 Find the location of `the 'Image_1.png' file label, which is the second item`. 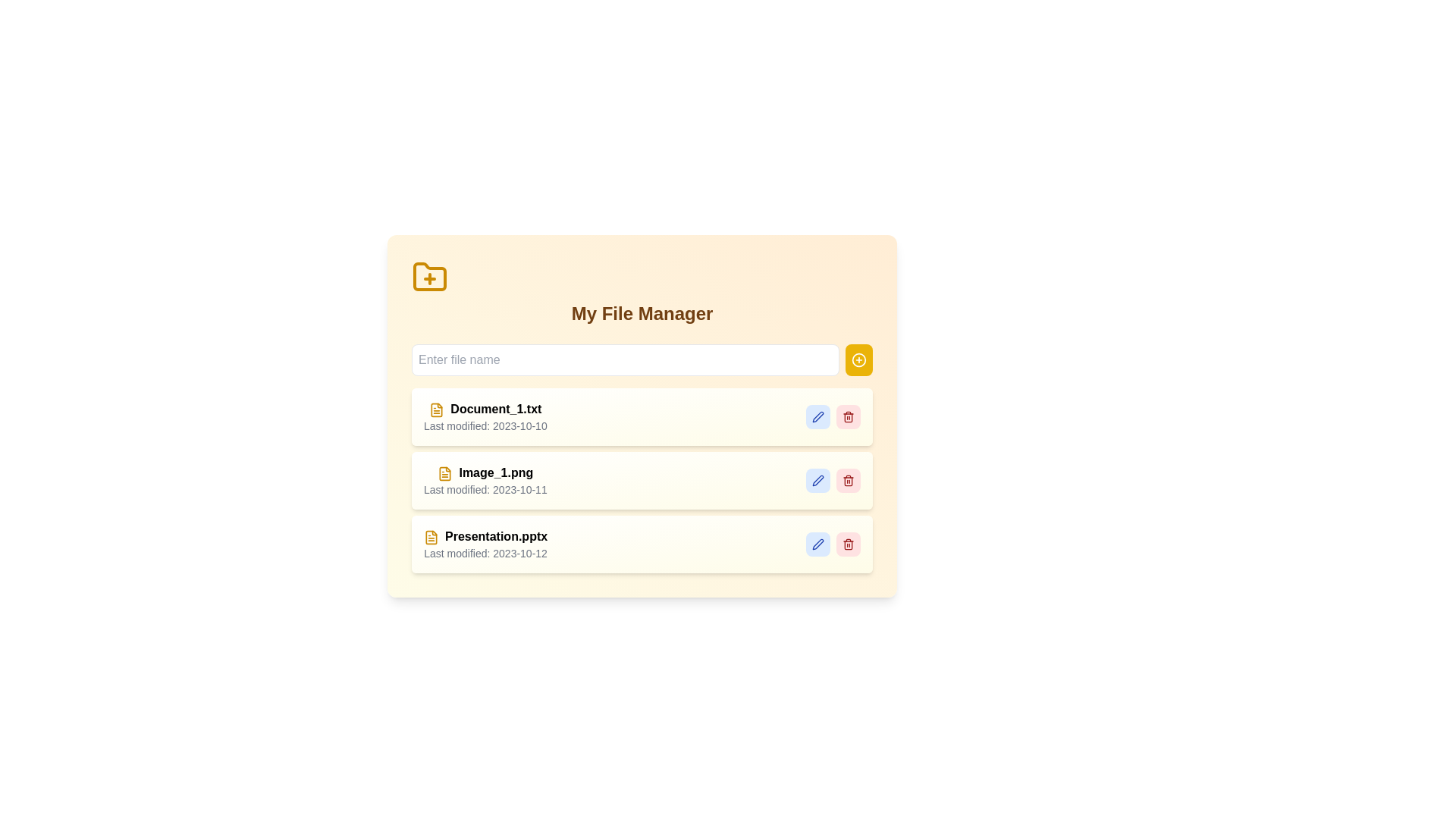

the 'Image_1.png' file label, which is the second item is located at coordinates (496, 472).